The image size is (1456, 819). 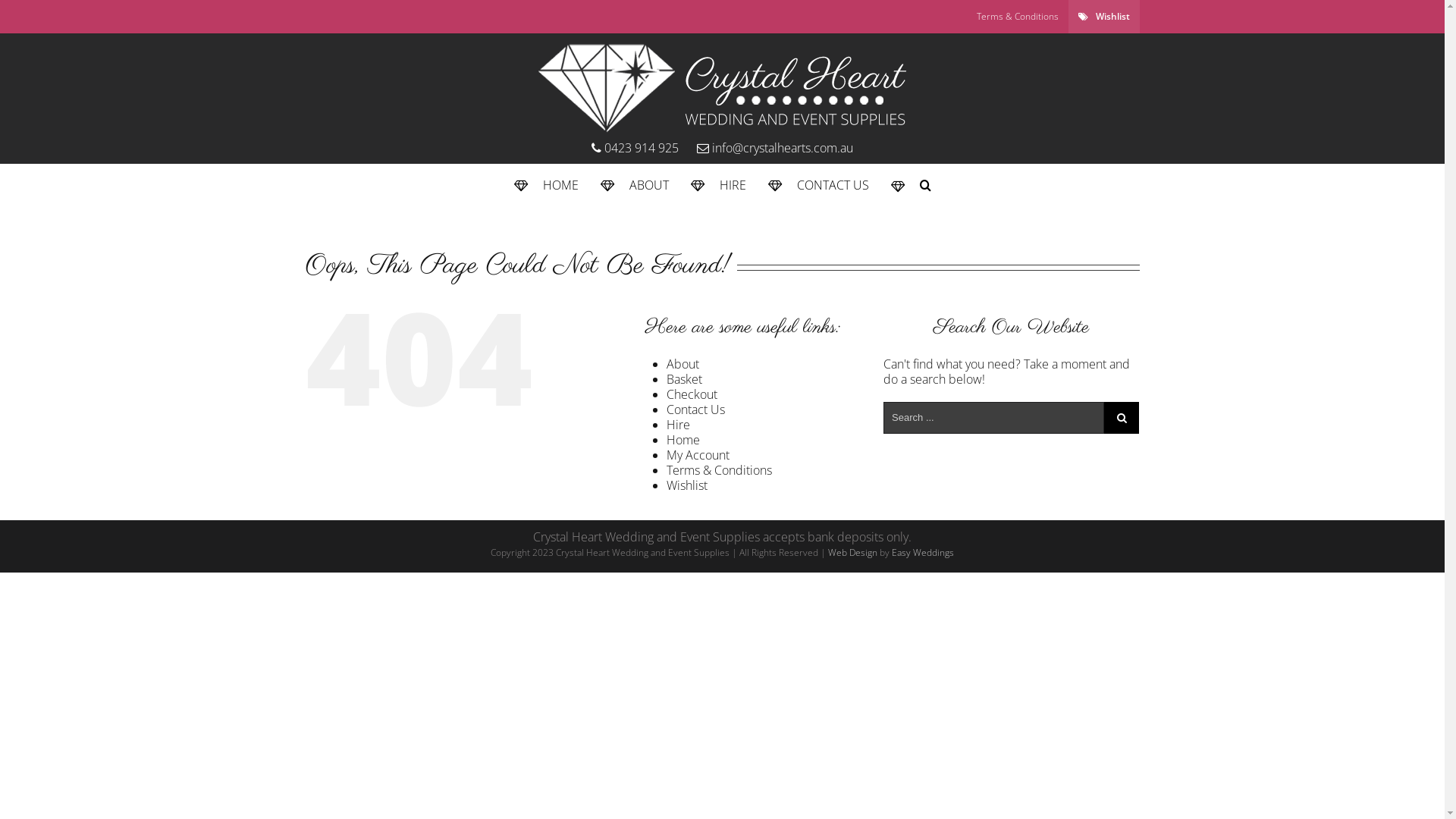 What do you see at coordinates (677, 424) in the screenshot?
I see `'Hire'` at bounding box center [677, 424].